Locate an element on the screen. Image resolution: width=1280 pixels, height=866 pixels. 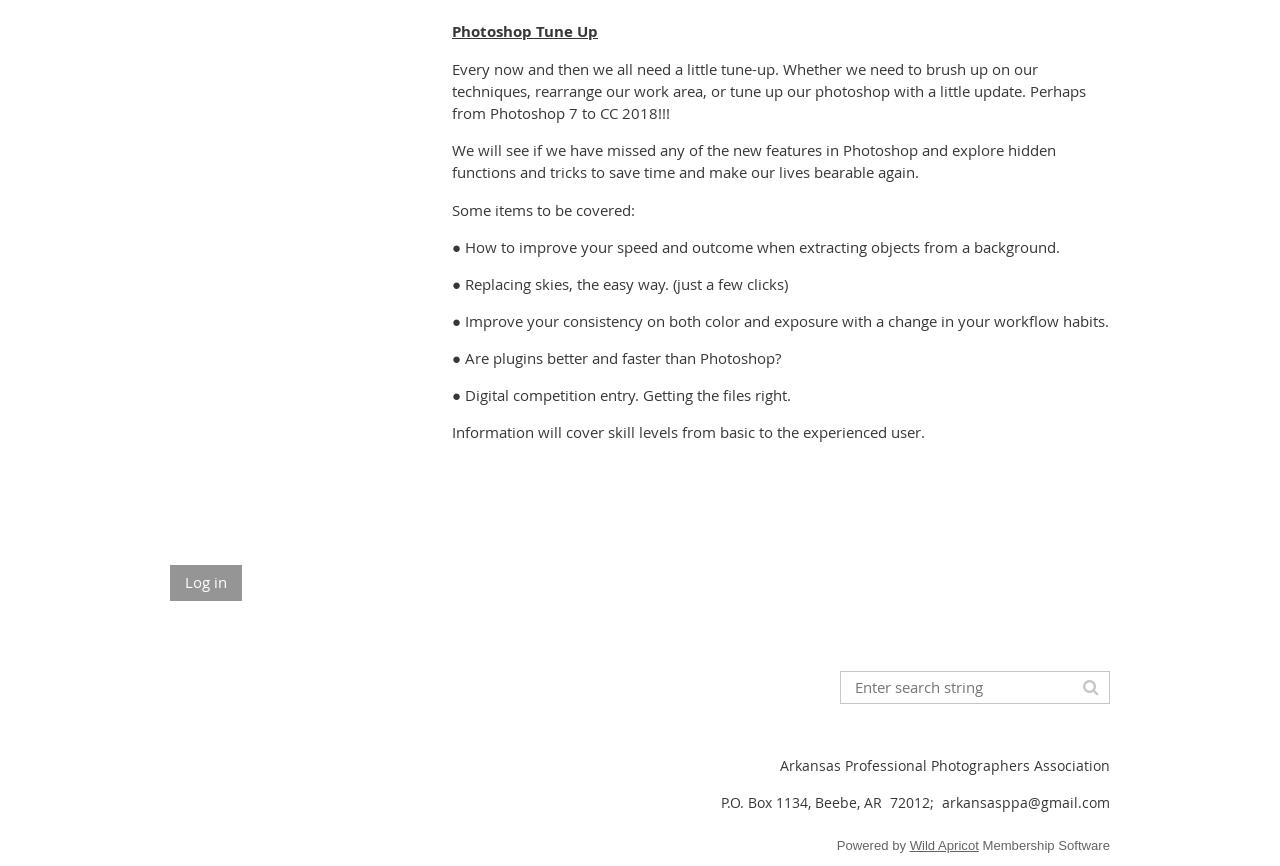
'P.O. Box 1134, Beebe, AR  72012;  arkansasppa@gmail.com' is located at coordinates (914, 801).